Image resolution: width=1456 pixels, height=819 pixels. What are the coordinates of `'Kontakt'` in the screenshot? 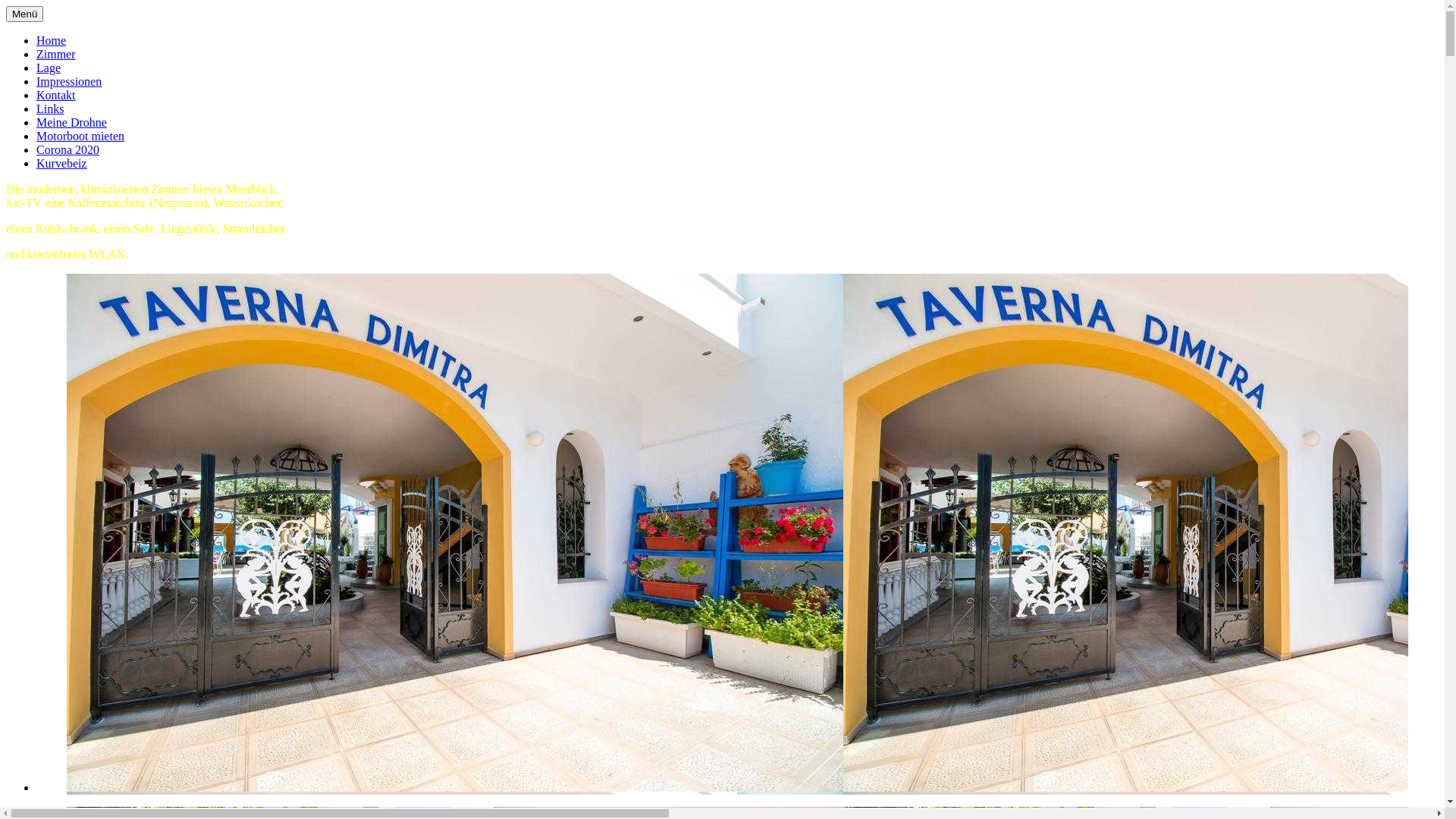 It's located at (55, 95).